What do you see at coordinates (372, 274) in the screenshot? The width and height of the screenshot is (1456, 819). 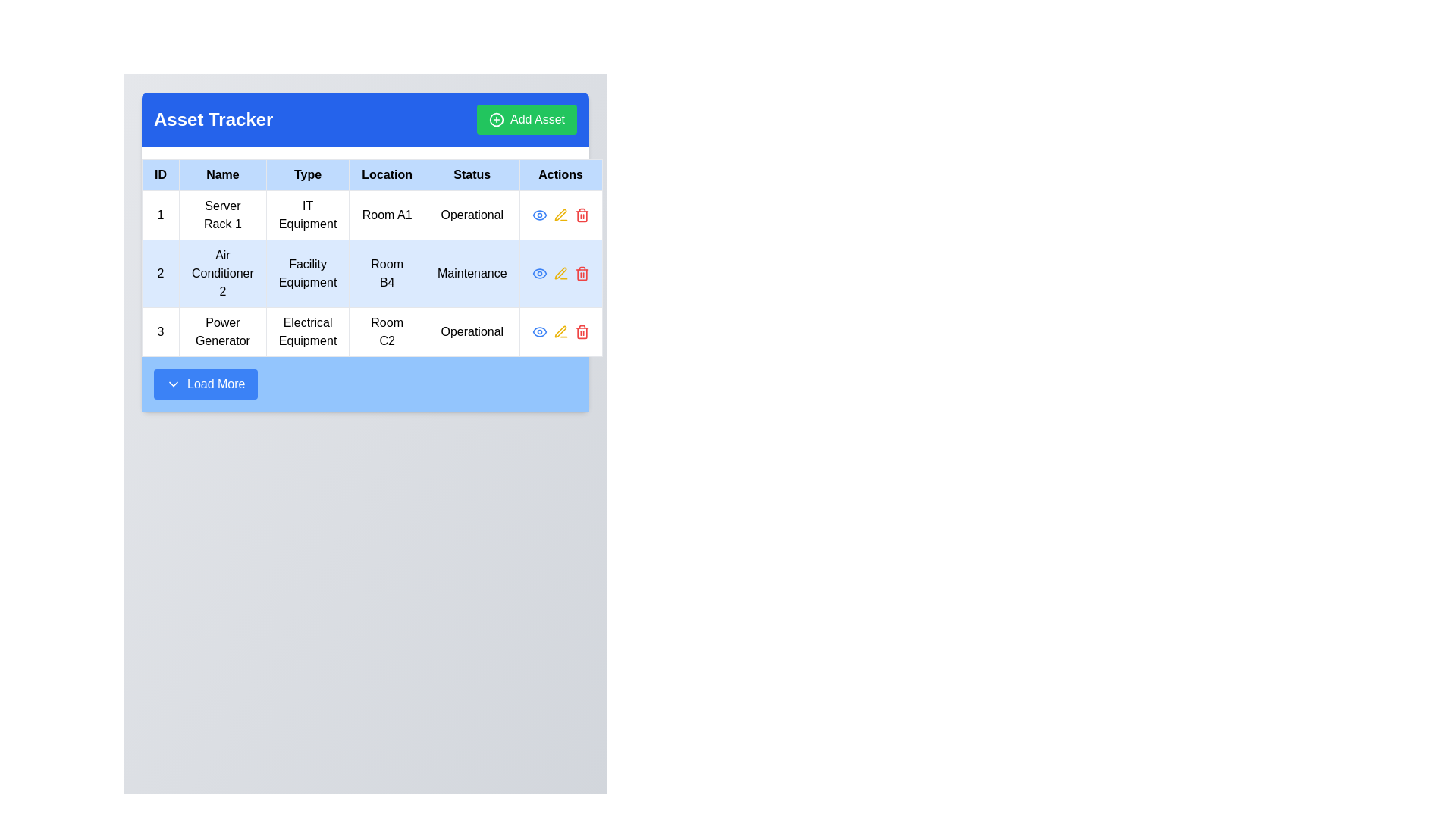 I see `the second row in the table displaying information such as '2', 'Air Conditioner 2', 'Facility Equipment', 'Room B4', 'Maintenance', and action icons` at bounding box center [372, 274].